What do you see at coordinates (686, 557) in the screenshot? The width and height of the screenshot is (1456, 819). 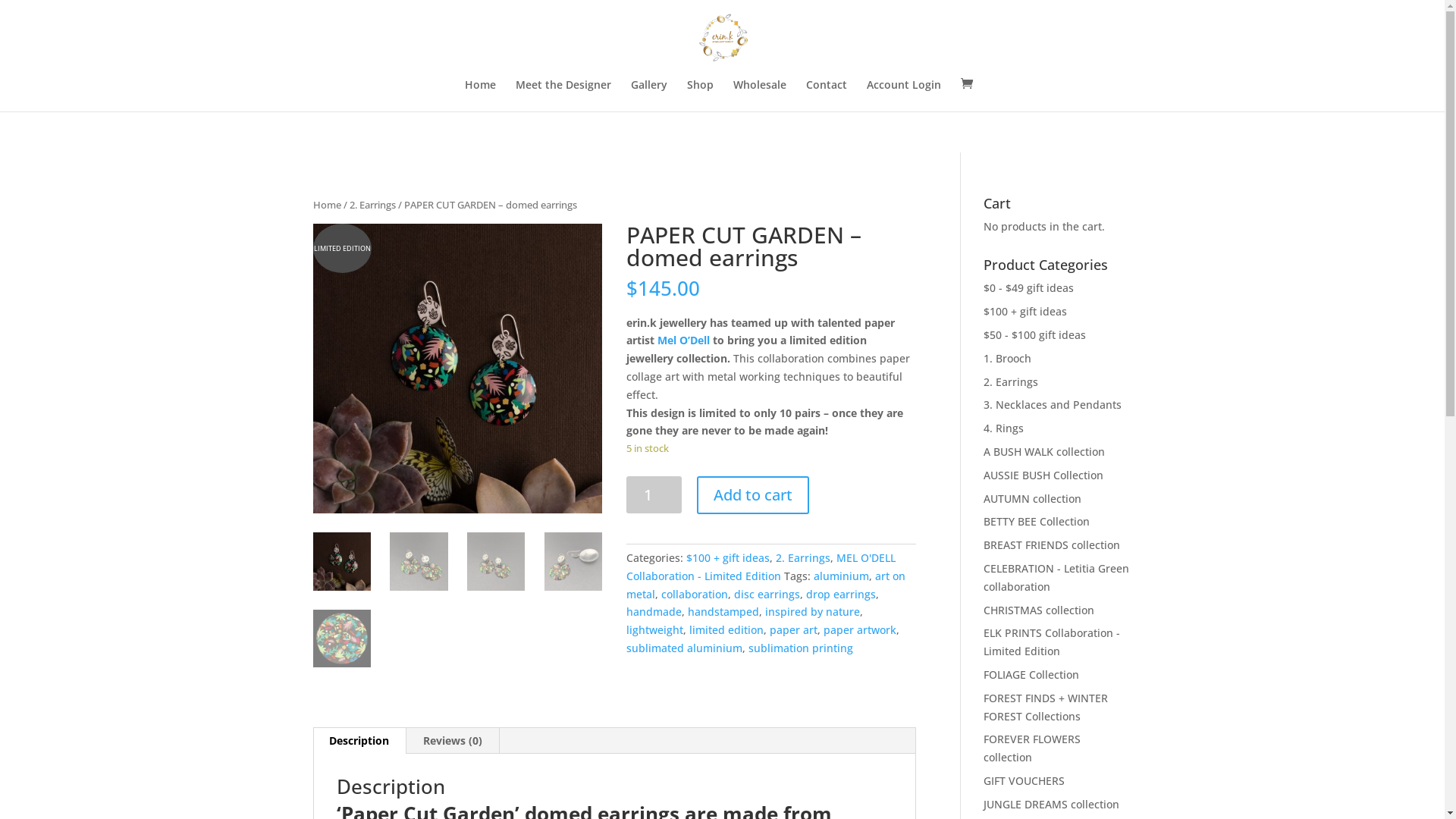 I see `'$100 + gift ideas'` at bounding box center [686, 557].